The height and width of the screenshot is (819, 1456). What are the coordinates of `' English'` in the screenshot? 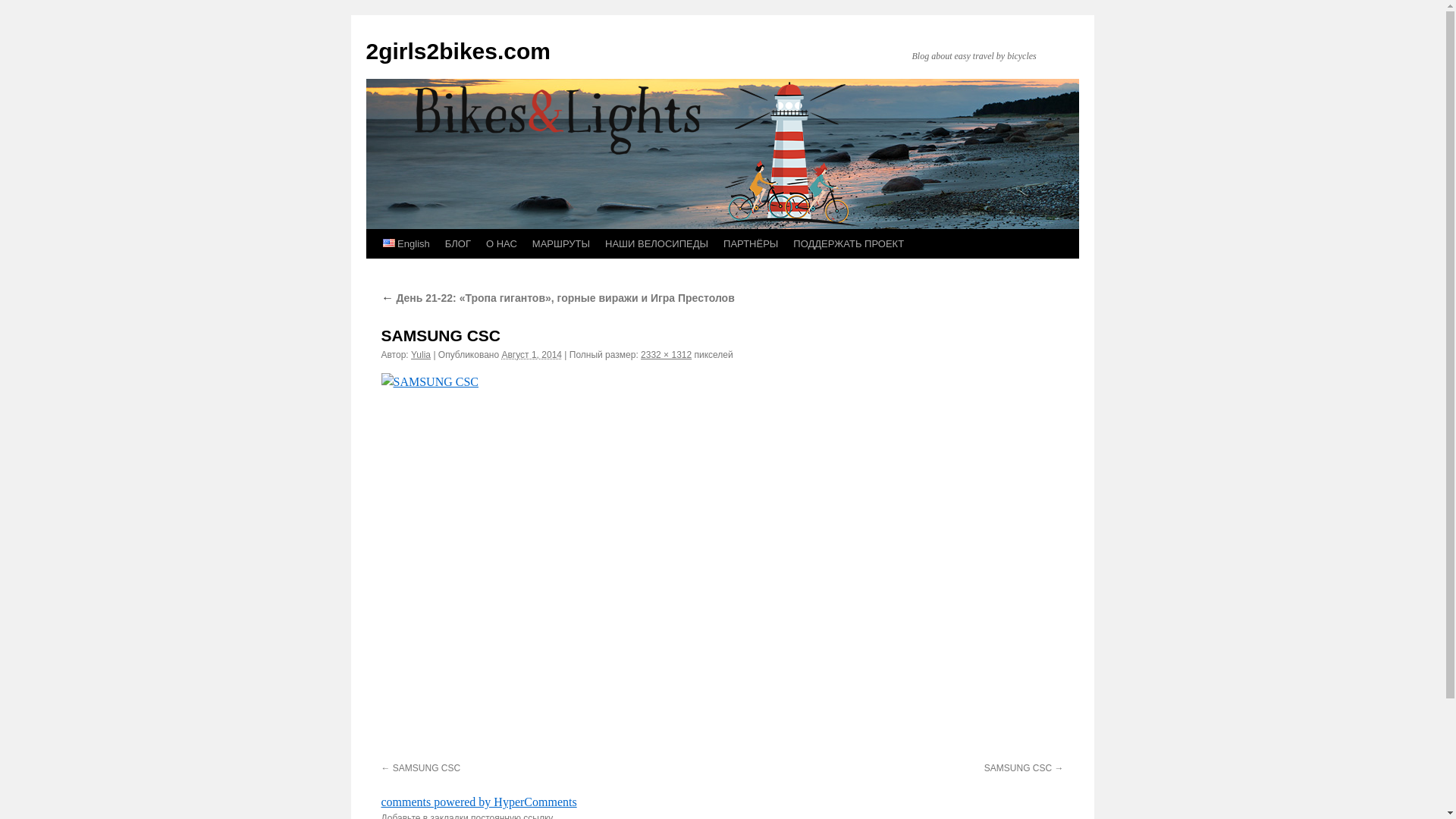 It's located at (375, 243).